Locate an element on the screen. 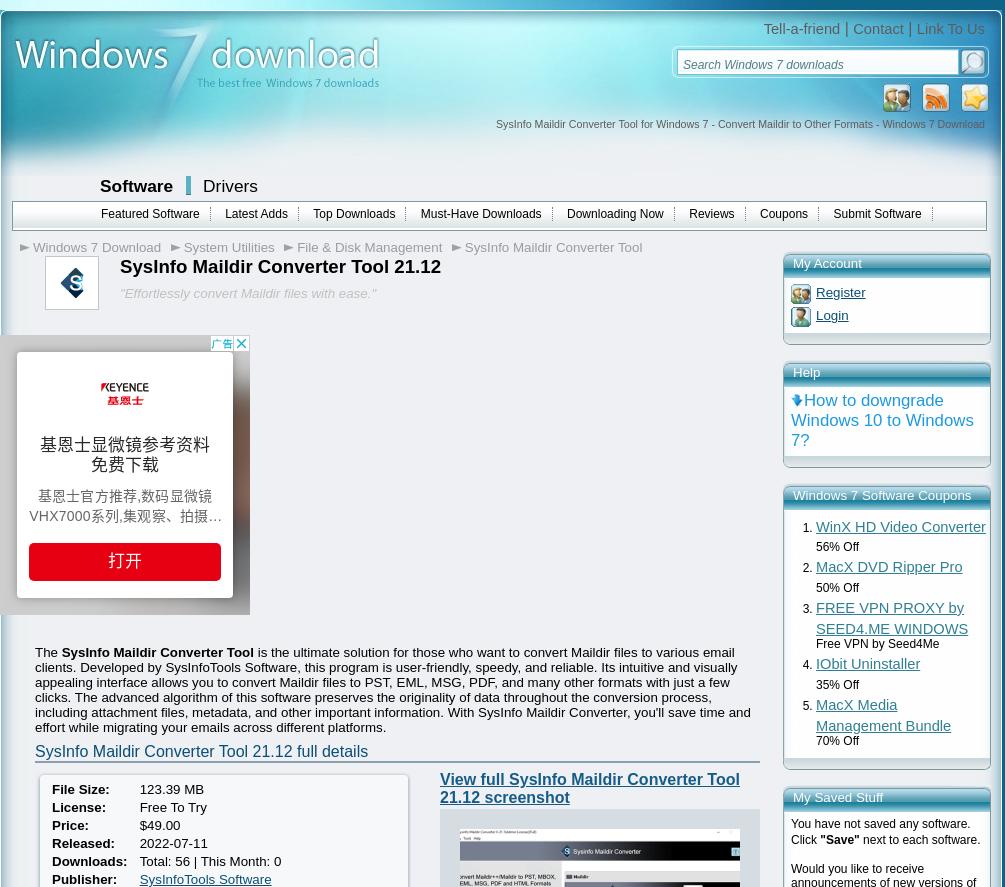  'Downloading Now' is located at coordinates (613, 214).